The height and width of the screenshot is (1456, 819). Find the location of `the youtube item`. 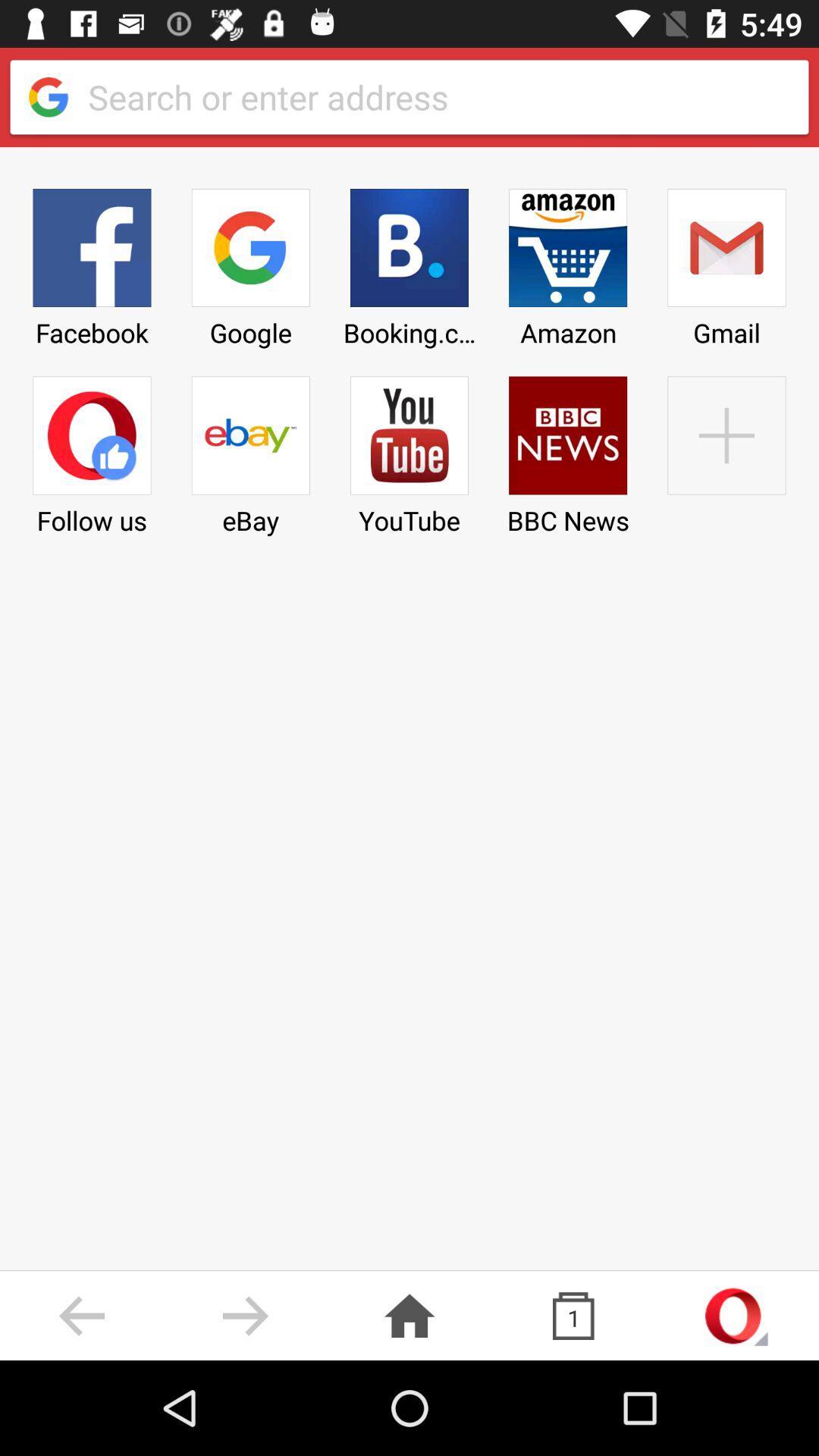

the youtube item is located at coordinates (409, 450).